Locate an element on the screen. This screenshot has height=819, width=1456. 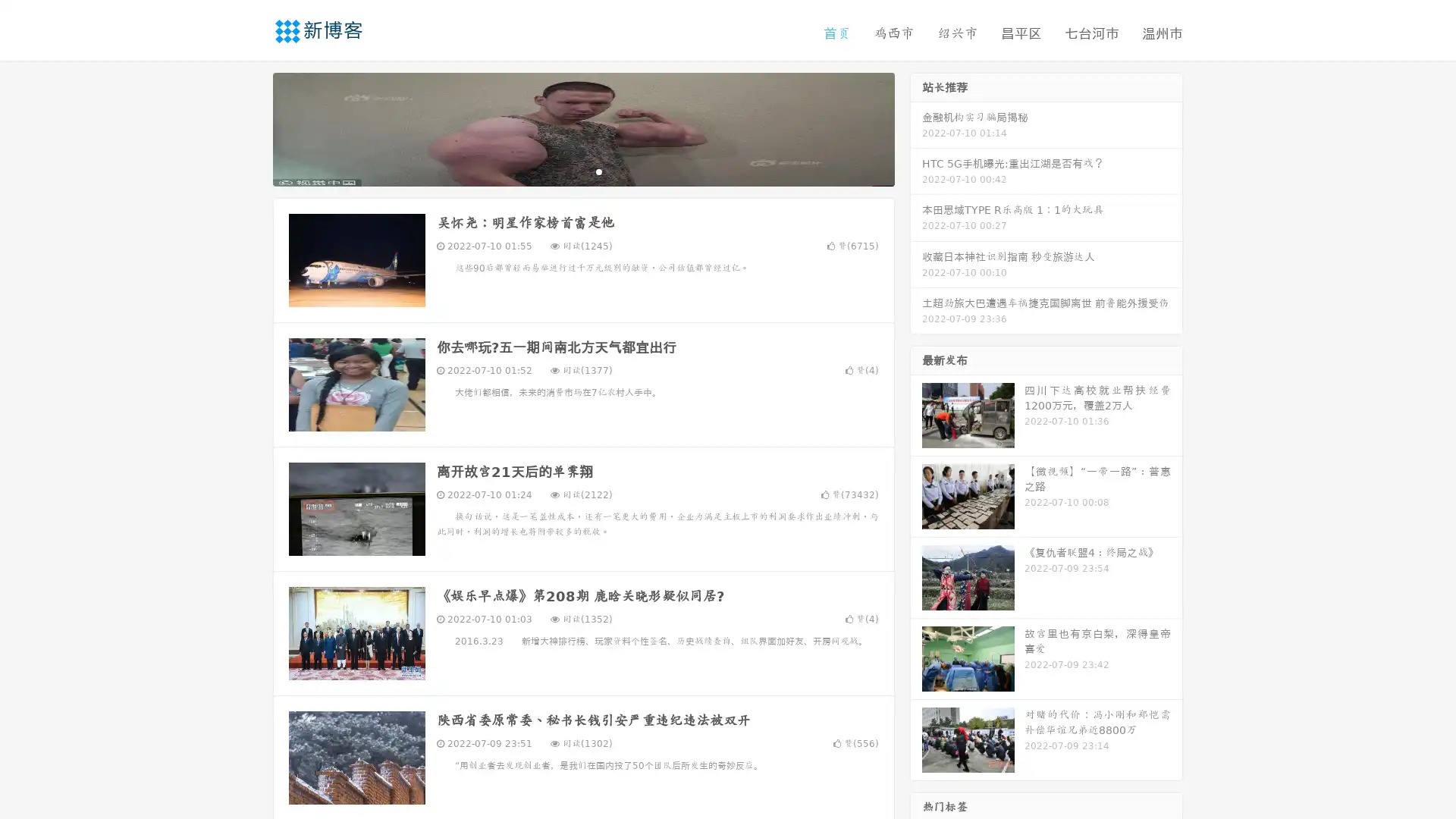
Go to slide 1 is located at coordinates (567, 171).